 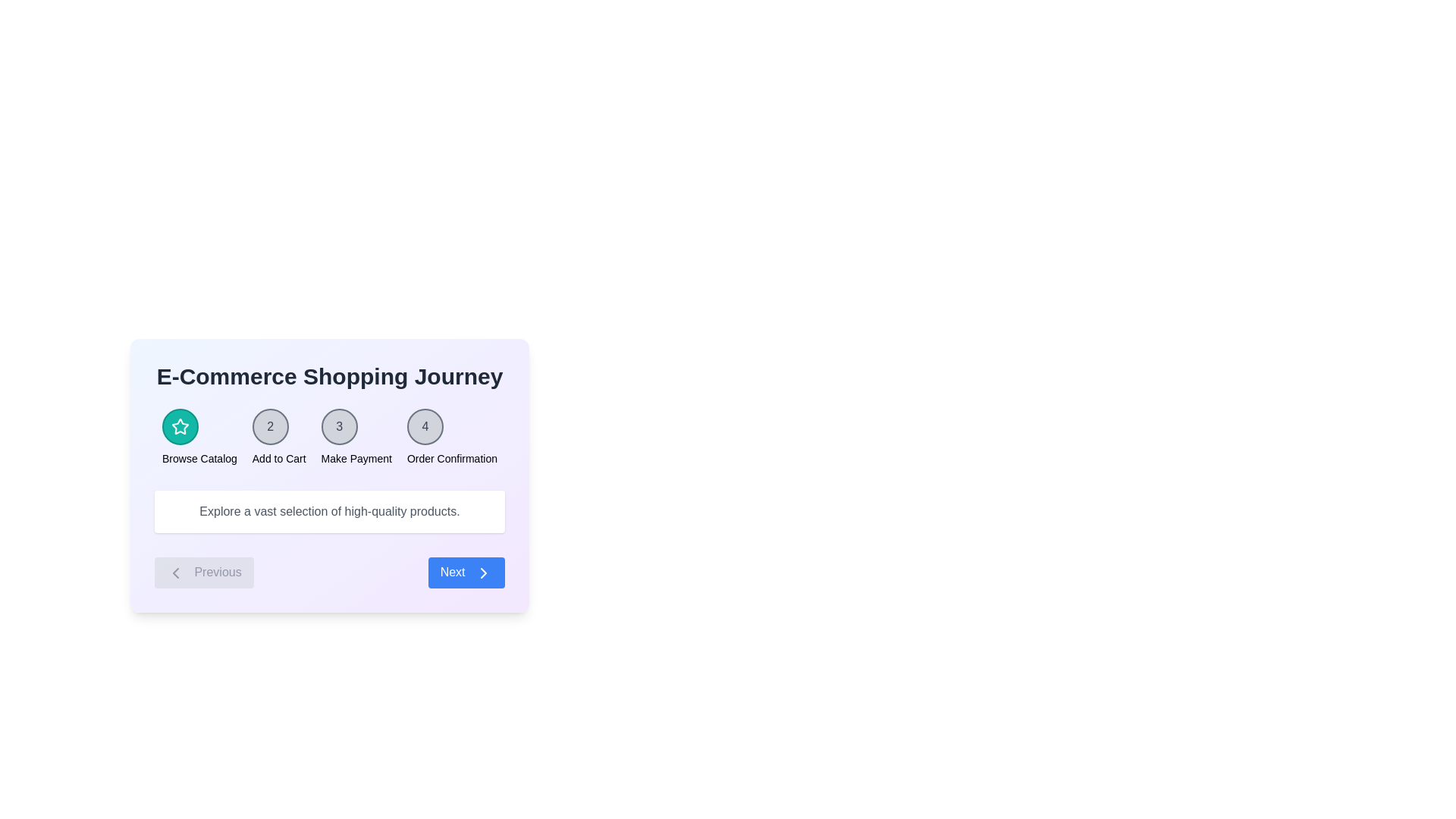 I want to click on the visual indicator icon located at the bottom-right corner of the 'Next' button, which indicates progression in the navigation flow, so click(x=483, y=573).